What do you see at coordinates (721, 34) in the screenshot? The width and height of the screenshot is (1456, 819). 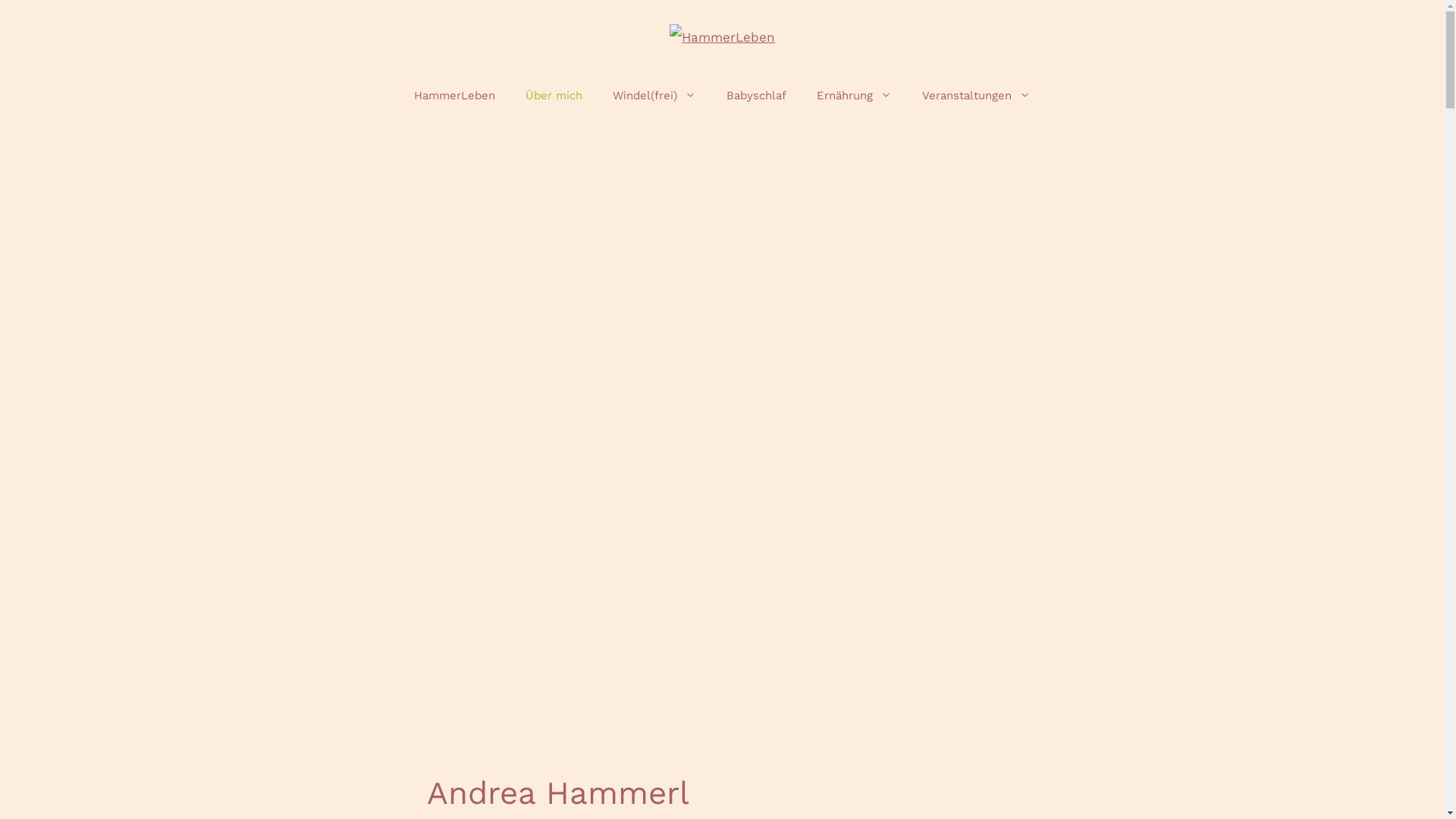 I see `'HammerLeben'` at bounding box center [721, 34].